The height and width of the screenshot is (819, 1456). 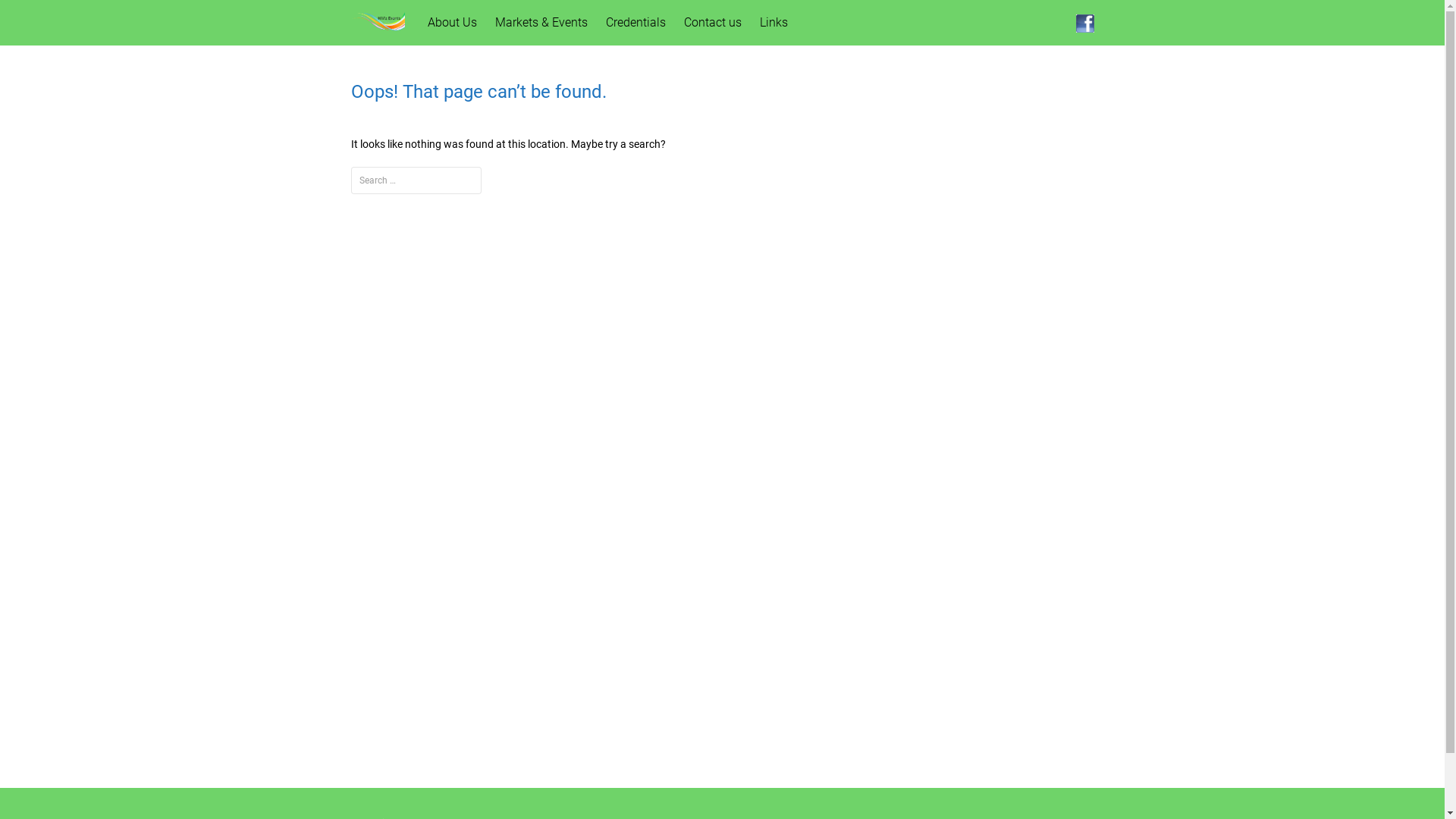 What do you see at coordinates (451, 23) in the screenshot?
I see `'About Us'` at bounding box center [451, 23].